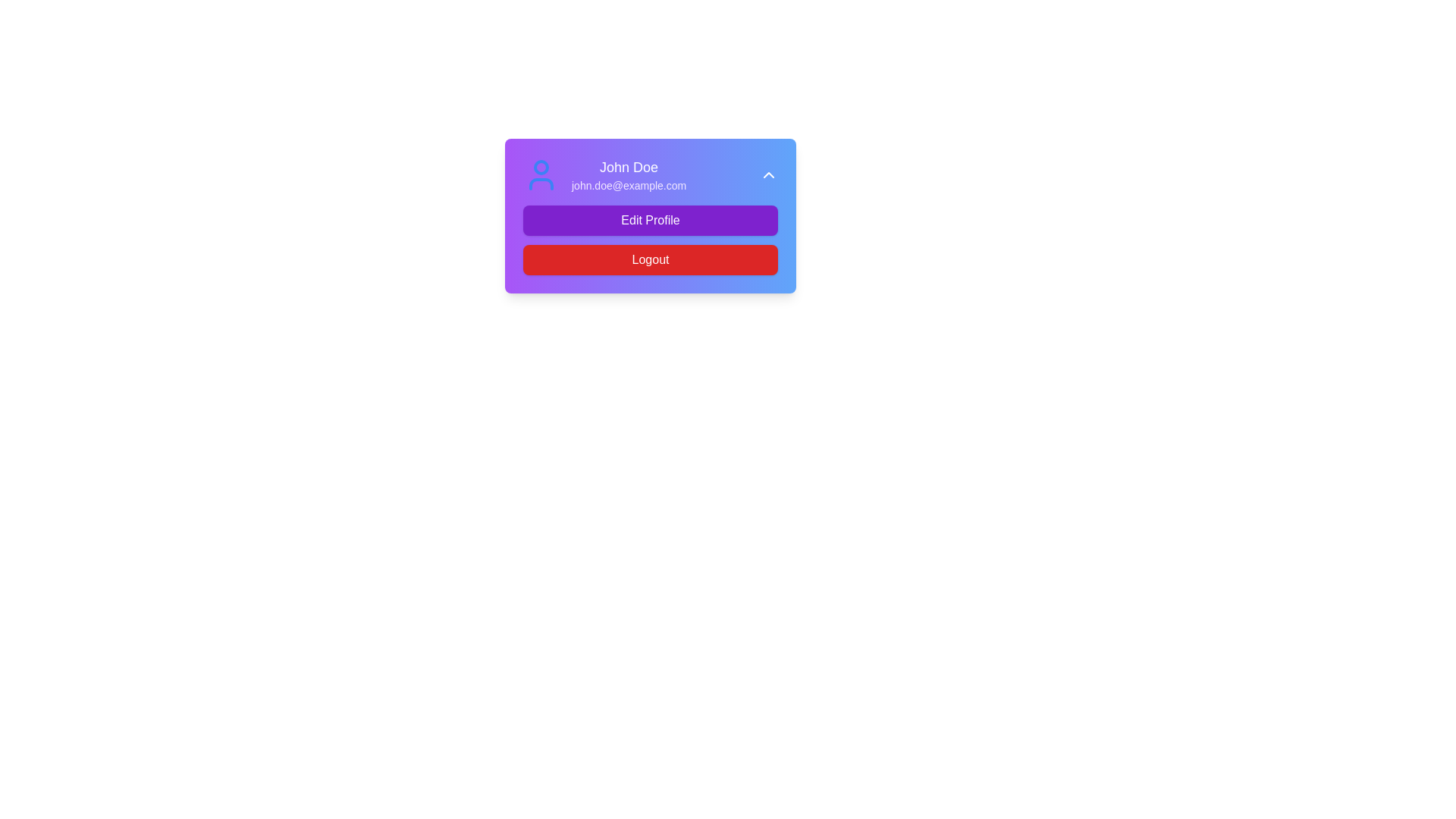  I want to click on the user profile information display that shows the username 'John Doe' and email 'john.doe@example.com', which is located in the upper section of a card layout with a blue outline user avatar icon, so click(604, 174).